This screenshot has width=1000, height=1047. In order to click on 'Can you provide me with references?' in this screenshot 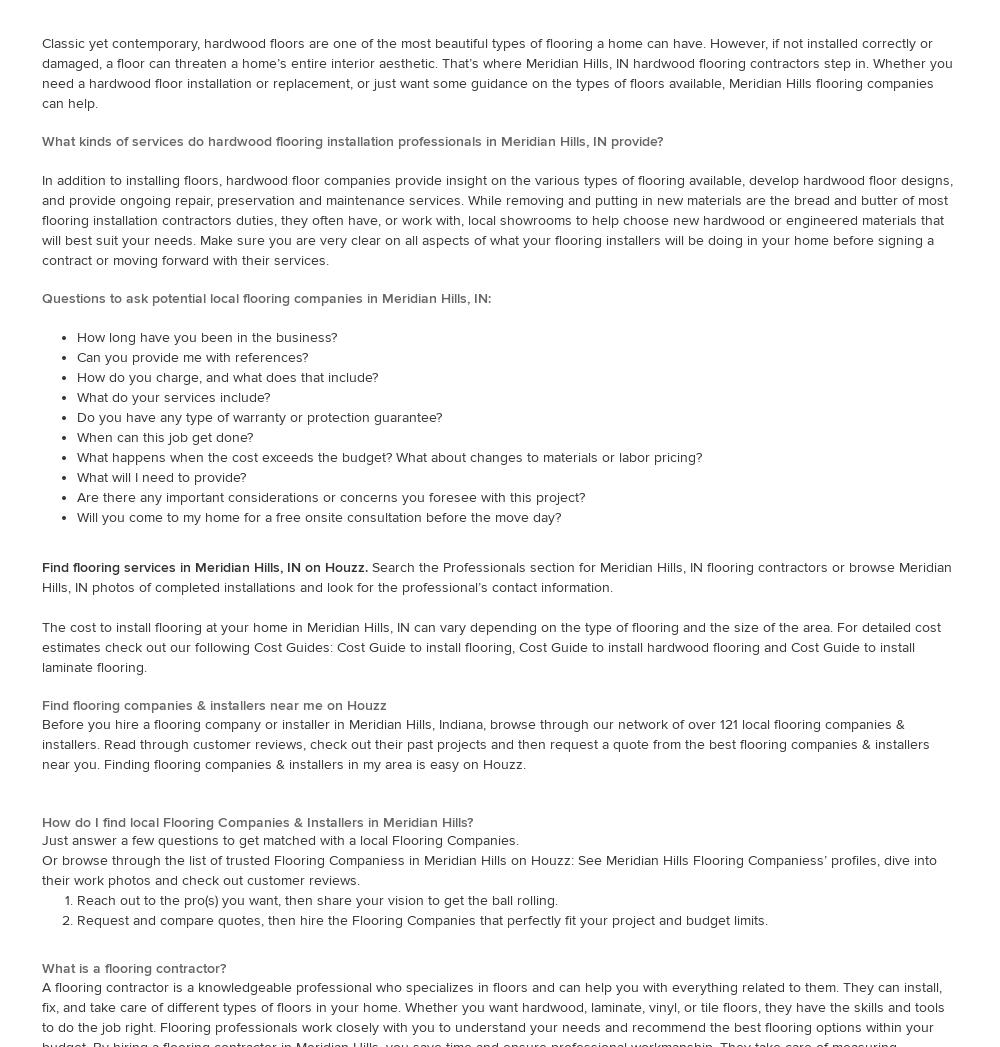, I will do `click(191, 356)`.